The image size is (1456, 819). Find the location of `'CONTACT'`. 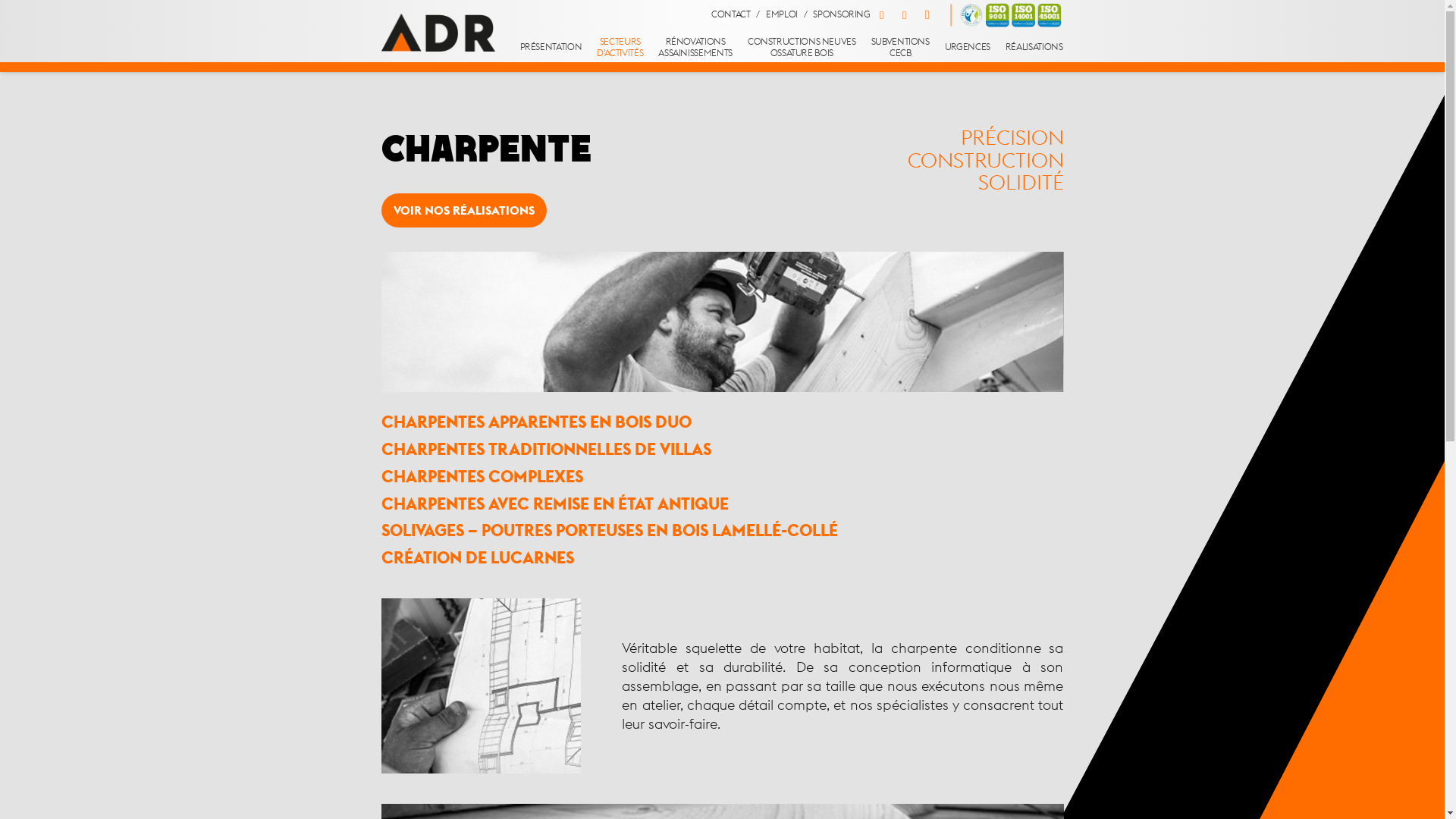

'CONTACT' is located at coordinates (710, 14).